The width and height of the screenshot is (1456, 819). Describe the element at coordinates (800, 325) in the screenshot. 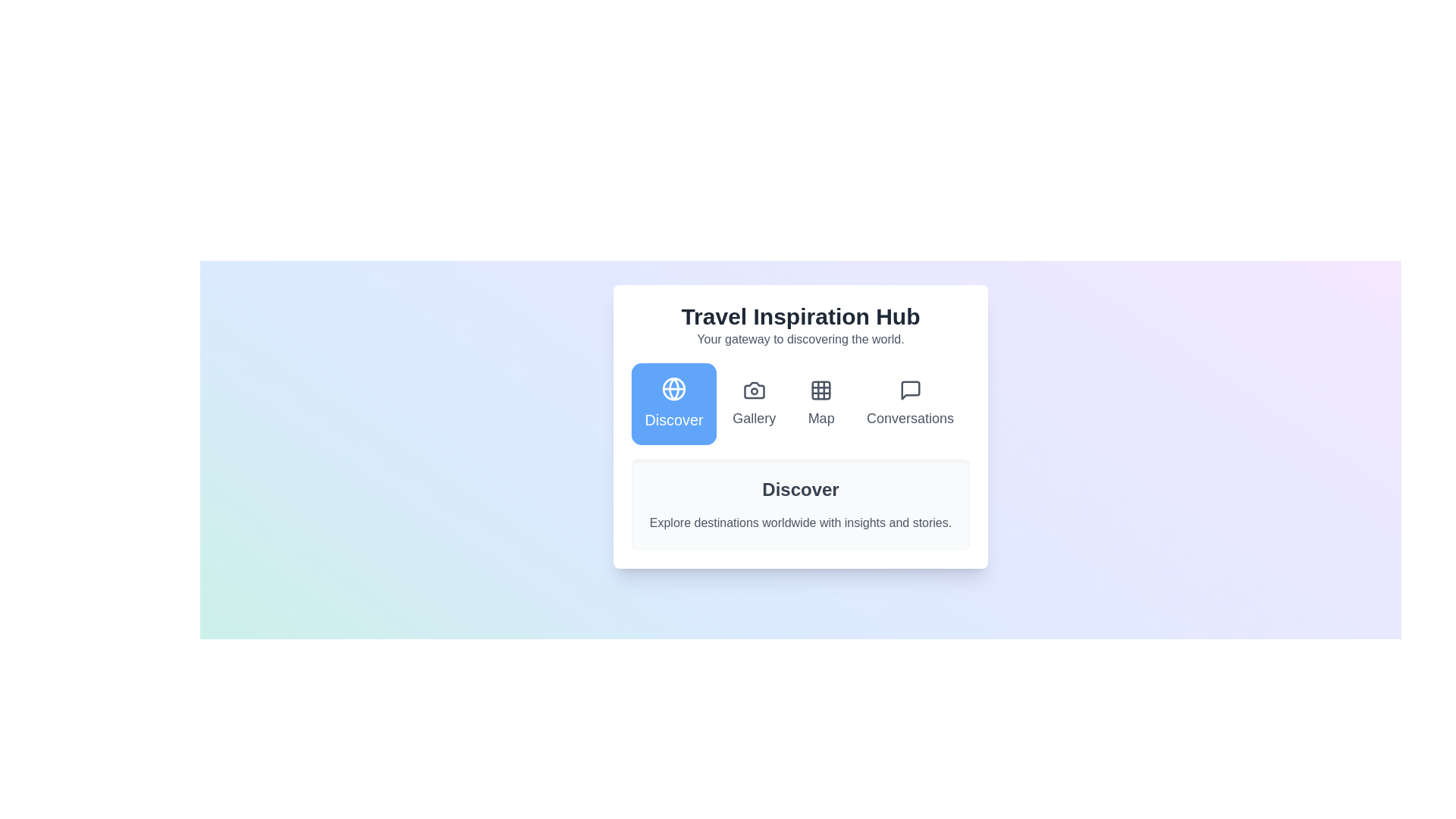

I see `the text block titled 'Travel Inspiration Hub' which contains the subtitle 'Your gateway to discovering the world.'` at that location.